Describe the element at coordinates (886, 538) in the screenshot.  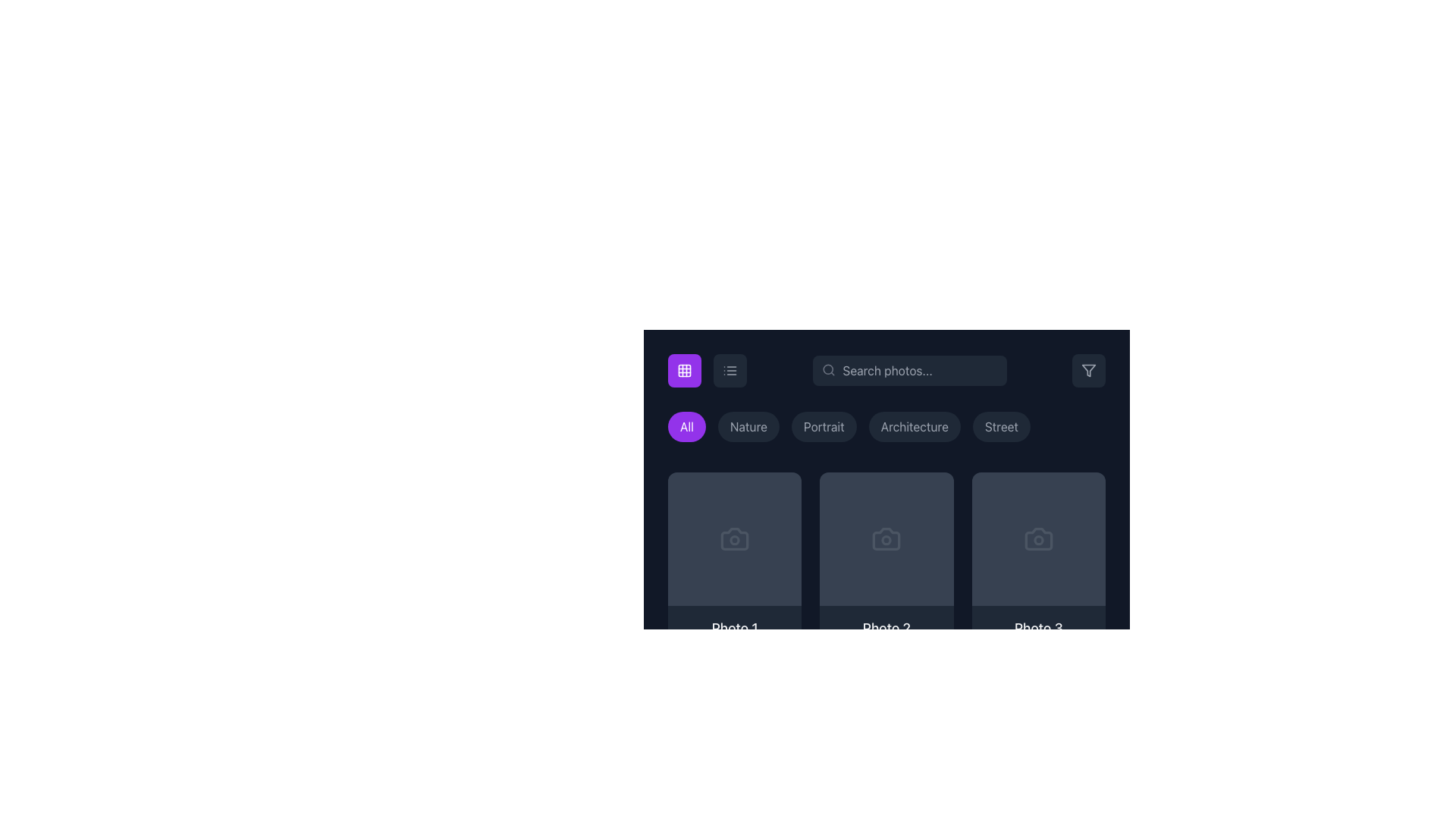
I see `outline of the camera frame element in the 'Photo 2' tile using developer tools, which is part of a vector graphic in an SVG illustration` at that location.